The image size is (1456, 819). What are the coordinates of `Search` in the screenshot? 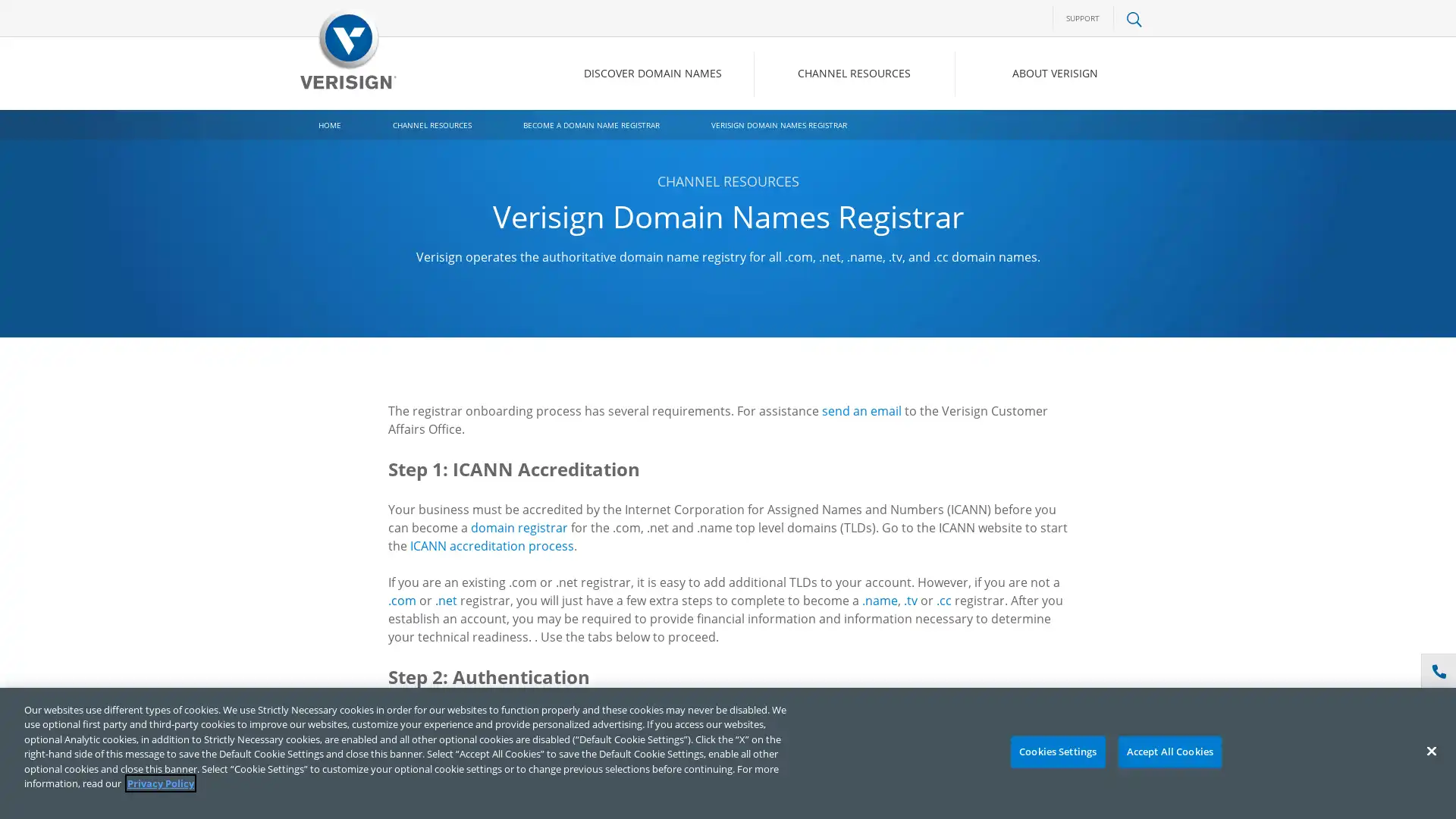 It's located at (1012, 137).